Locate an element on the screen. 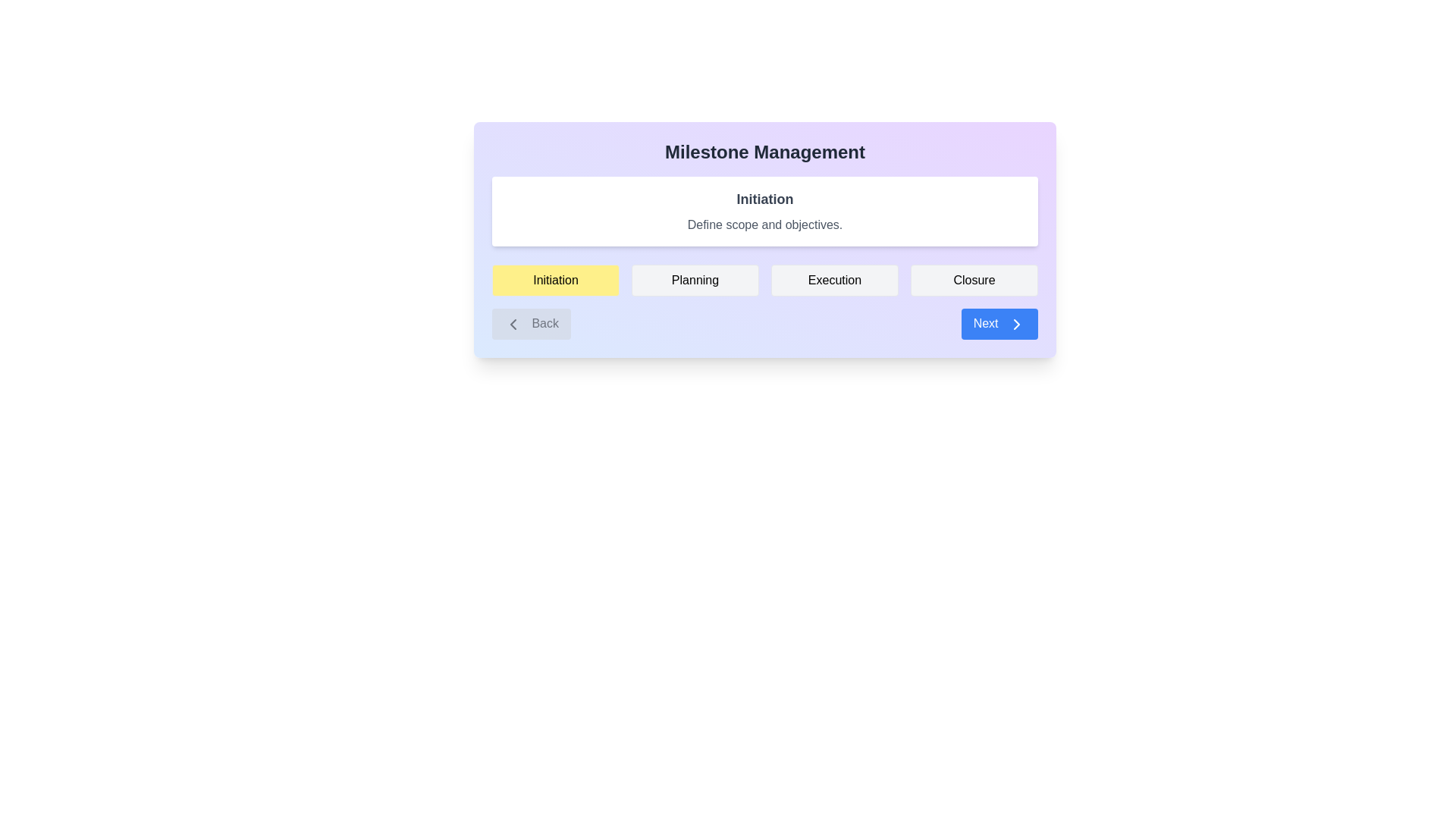 The height and width of the screenshot is (819, 1456). bold text label that says 'Initiation', which is styled with a large font and dark gray color, located at the center of the white rectangular section below the 'Milestone Management' title is located at coordinates (764, 198).